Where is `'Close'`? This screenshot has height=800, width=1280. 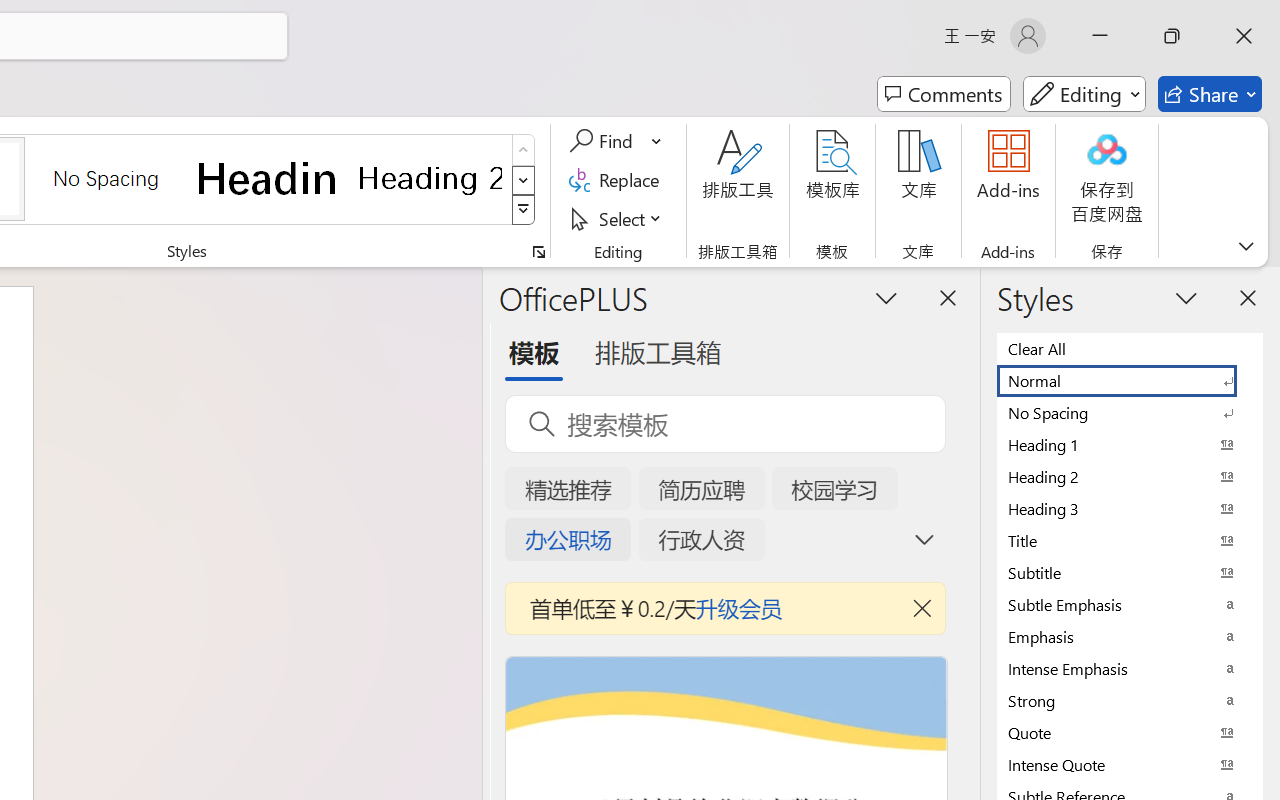
'Close' is located at coordinates (1243, 35).